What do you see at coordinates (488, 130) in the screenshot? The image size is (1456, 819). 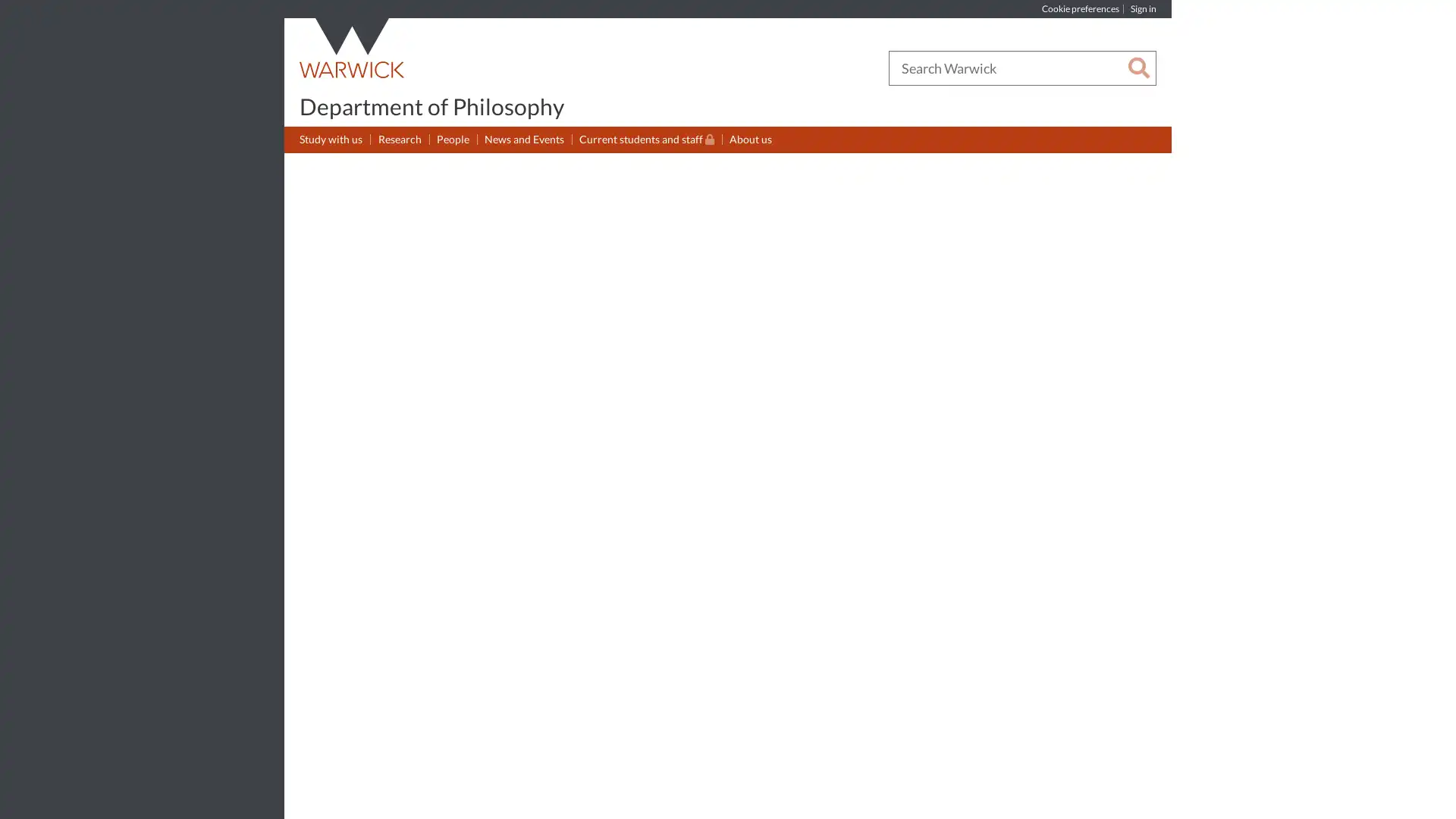 I see `Show submenu for News and Events` at bounding box center [488, 130].